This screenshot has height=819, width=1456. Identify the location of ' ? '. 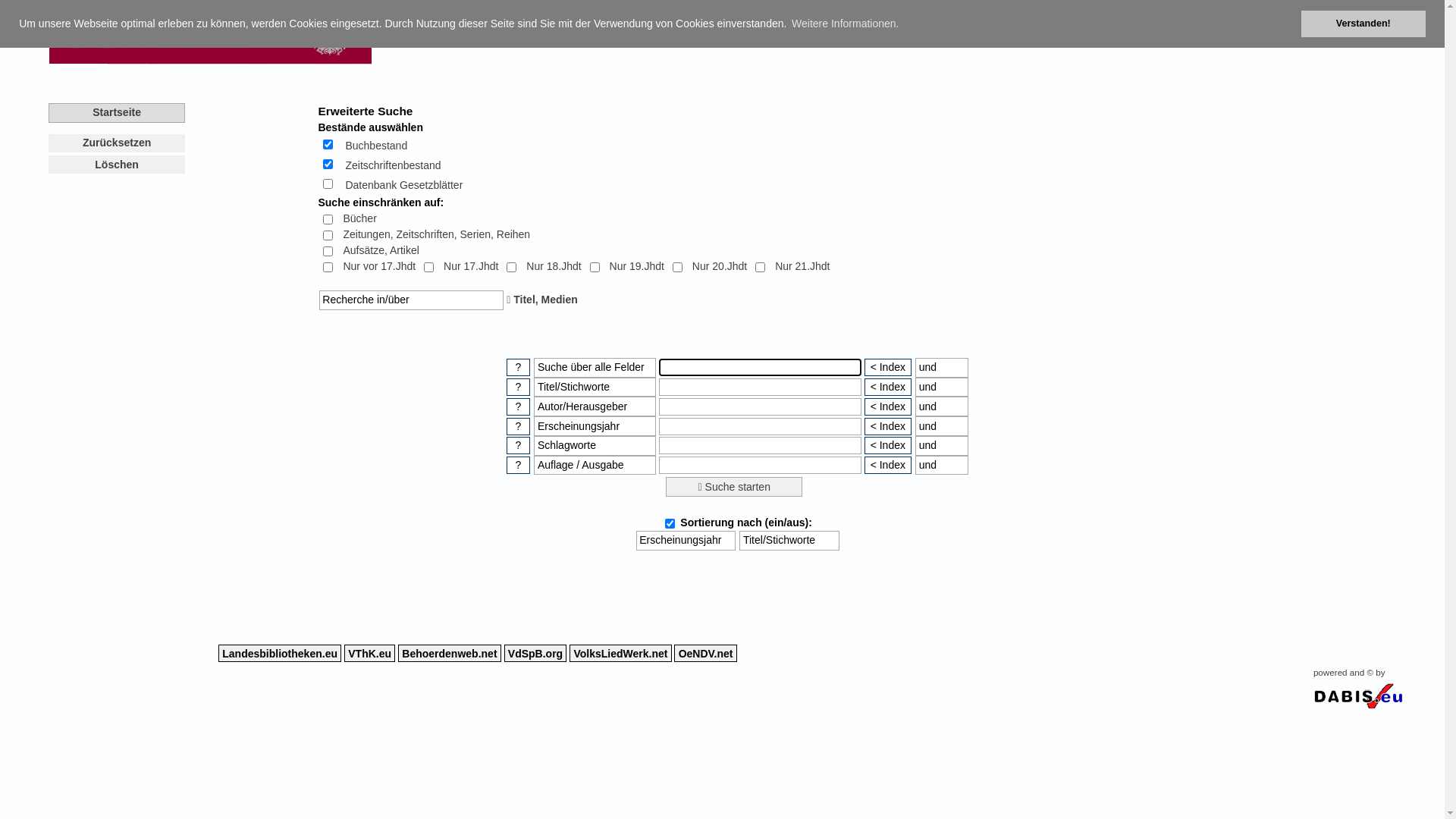
(518, 464).